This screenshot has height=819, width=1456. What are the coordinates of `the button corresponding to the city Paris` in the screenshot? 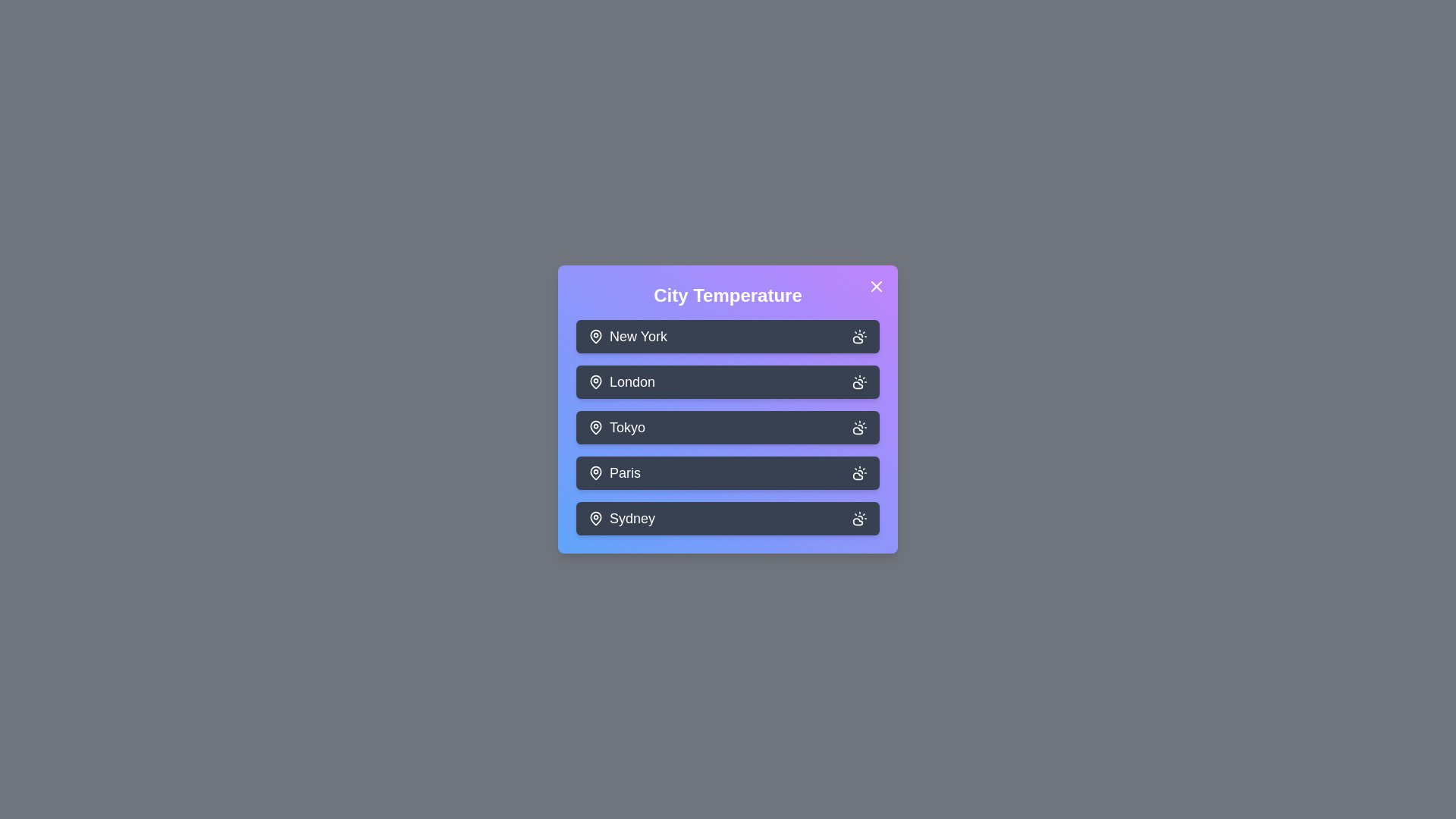 It's located at (728, 472).